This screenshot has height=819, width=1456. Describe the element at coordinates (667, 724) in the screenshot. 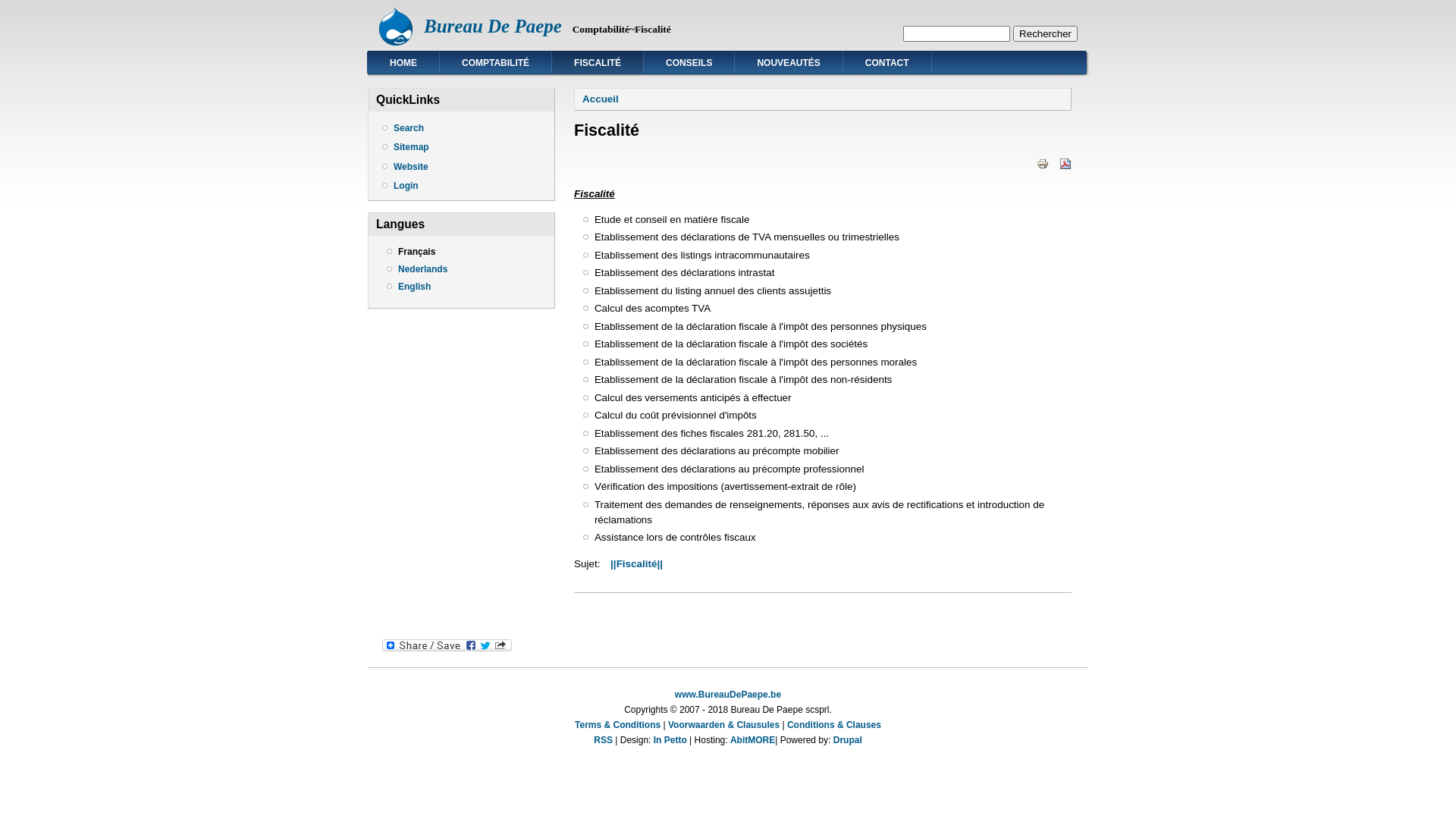

I see `'Voorwaarden & Clausules'` at that location.